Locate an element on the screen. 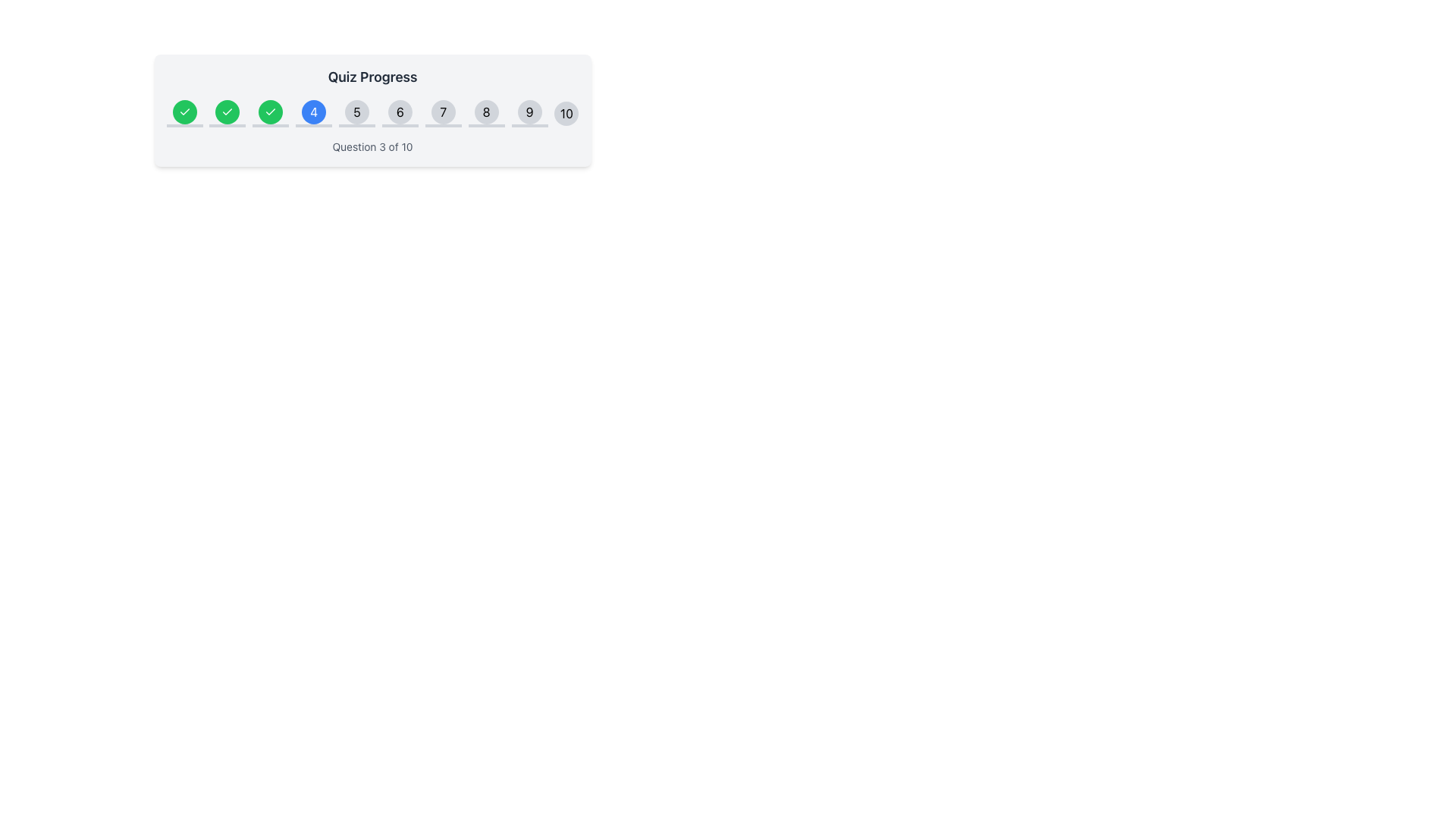  the tenth stage indicator, which is the last circular element in a horizontal sequence of numbered indicators from '1' to '10' is located at coordinates (566, 113).